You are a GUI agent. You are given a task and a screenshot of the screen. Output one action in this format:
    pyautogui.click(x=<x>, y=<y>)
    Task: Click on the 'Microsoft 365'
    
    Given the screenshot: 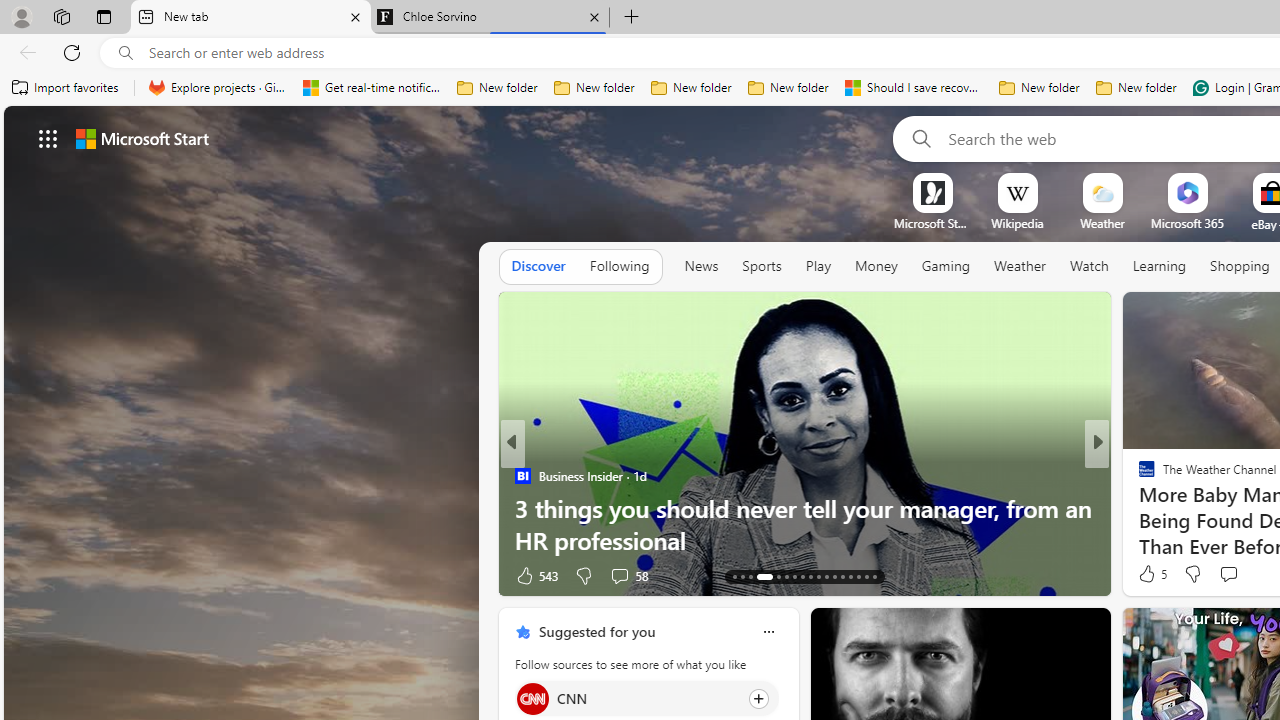 What is the action you would take?
    pyautogui.click(x=1187, y=223)
    